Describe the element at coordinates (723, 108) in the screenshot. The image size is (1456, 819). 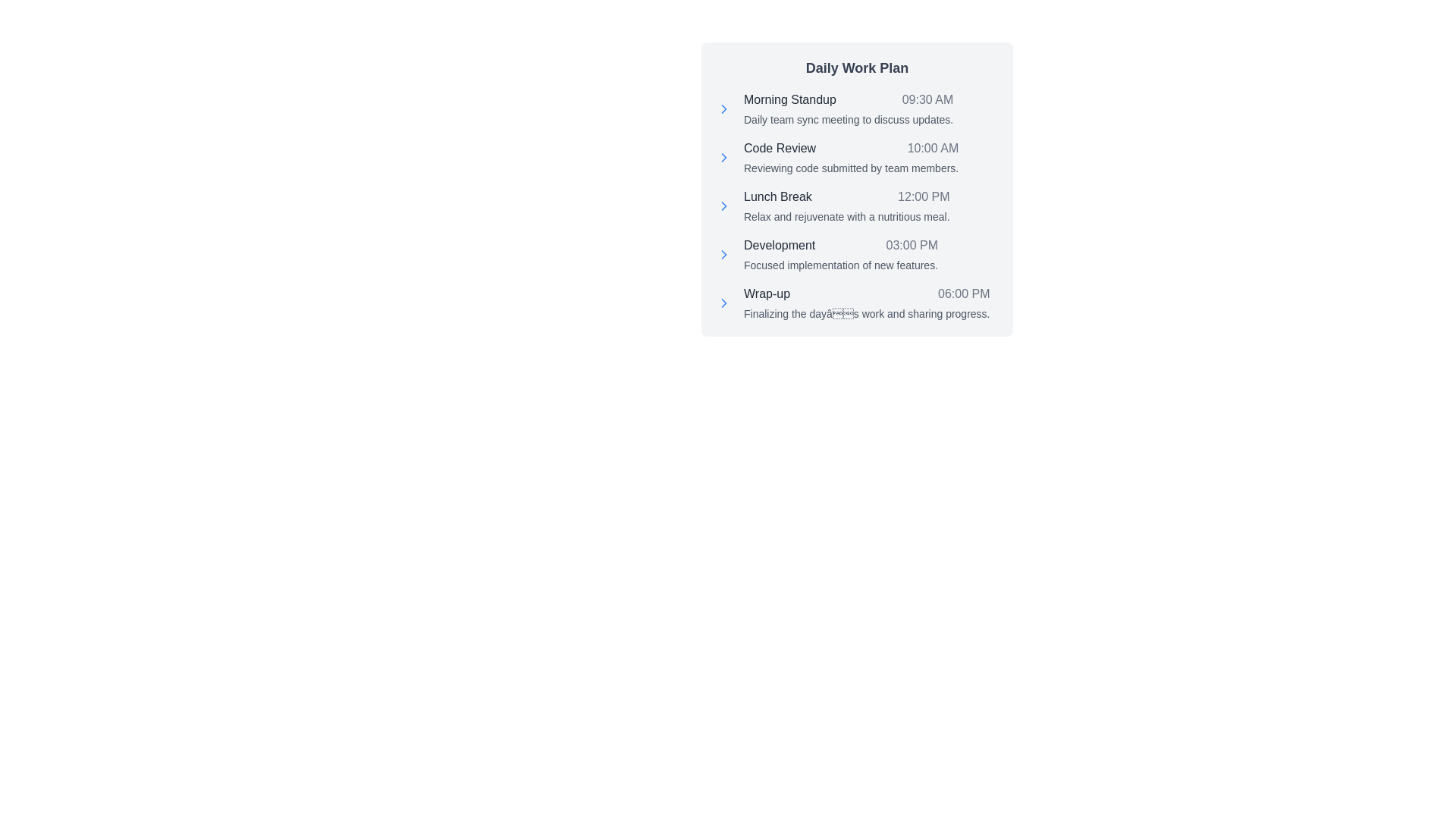
I see `the chevron icon next to the 'Morning Standup' item` at that location.